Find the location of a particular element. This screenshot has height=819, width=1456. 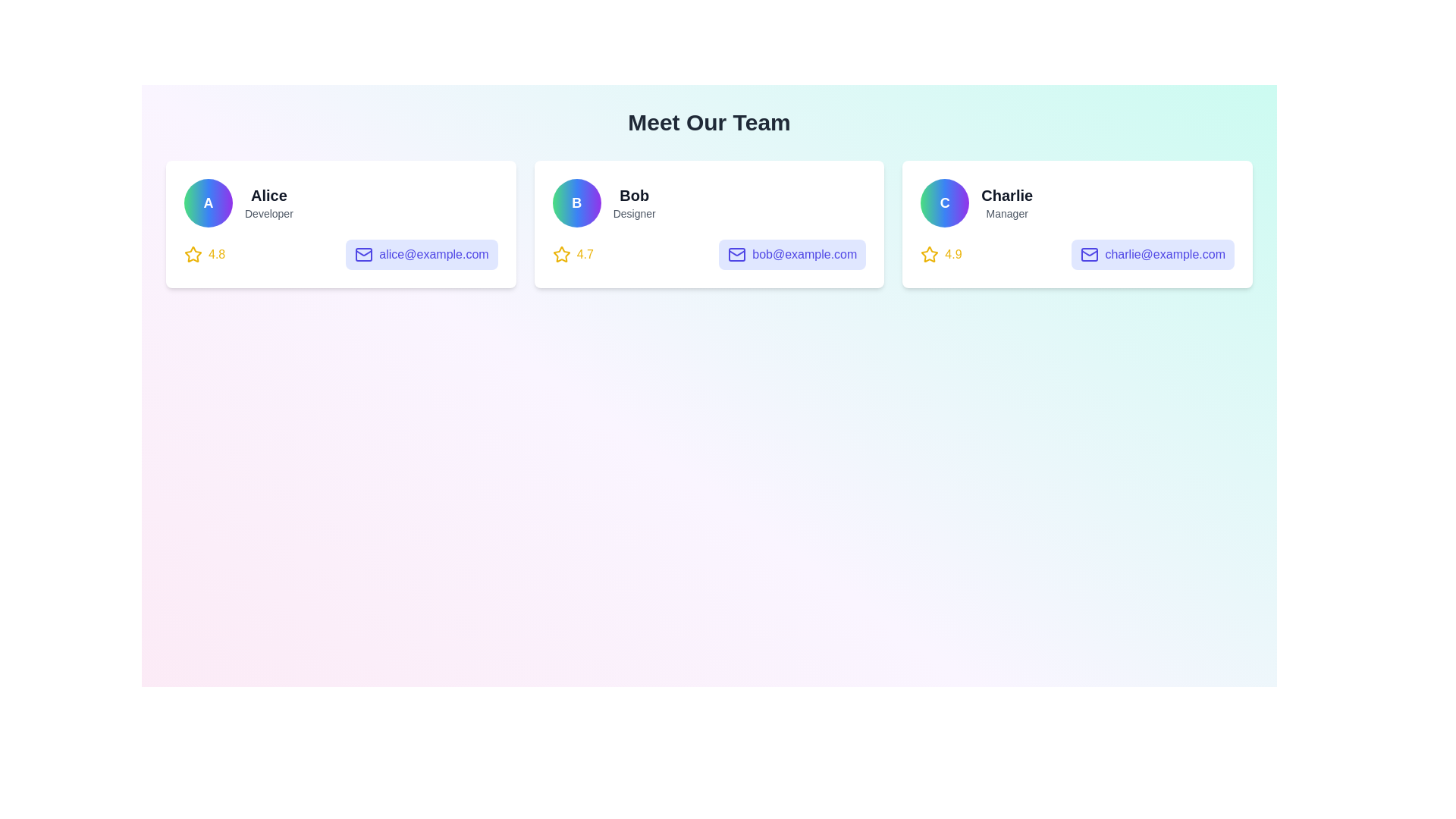

the Text Label indicating the role or position associated with the person featured in the rightmost card, located beneath the 'Charlie' text is located at coordinates (1007, 213).